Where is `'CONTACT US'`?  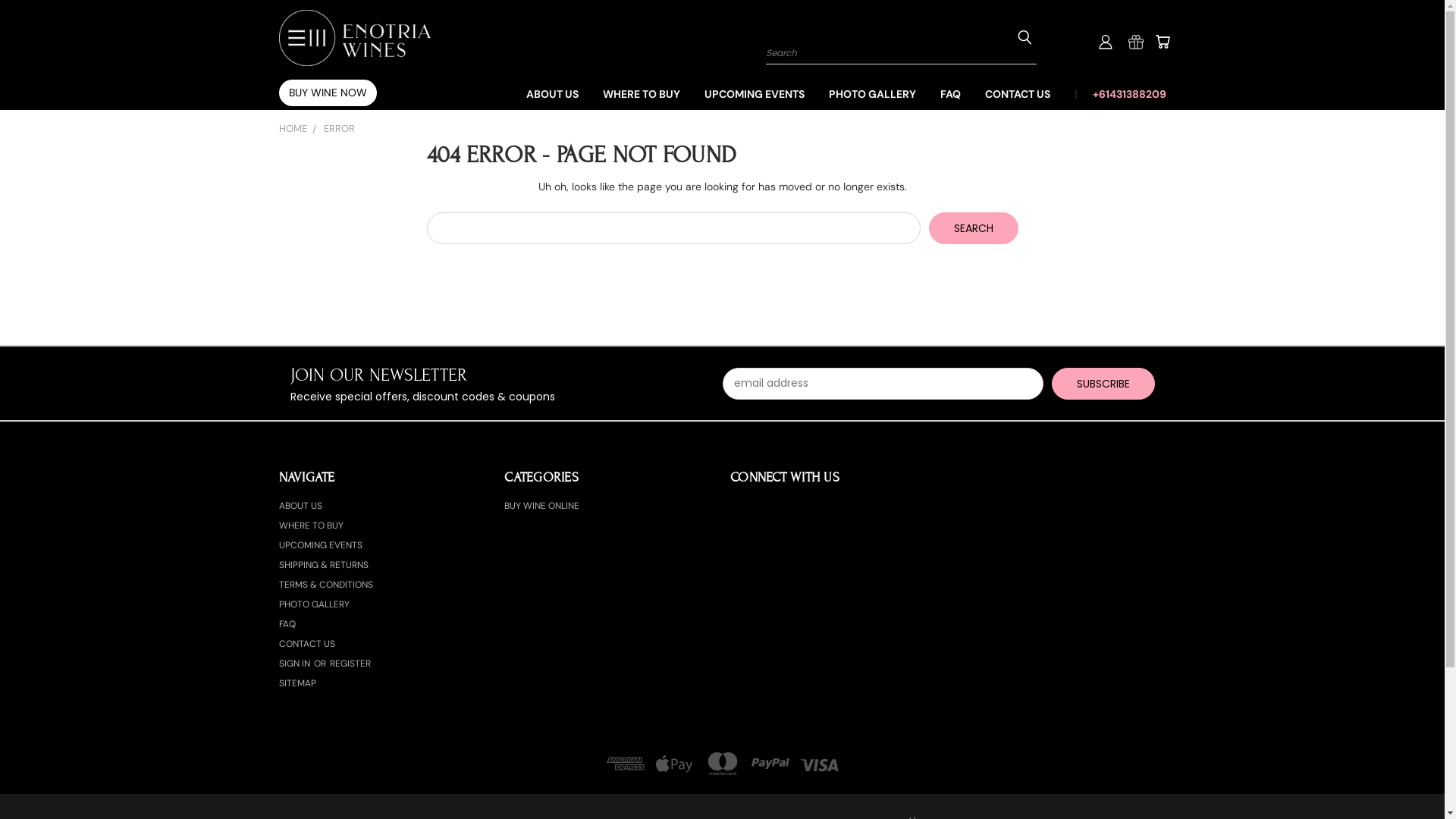
'CONTACT US' is located at coordinates (1016, 93).